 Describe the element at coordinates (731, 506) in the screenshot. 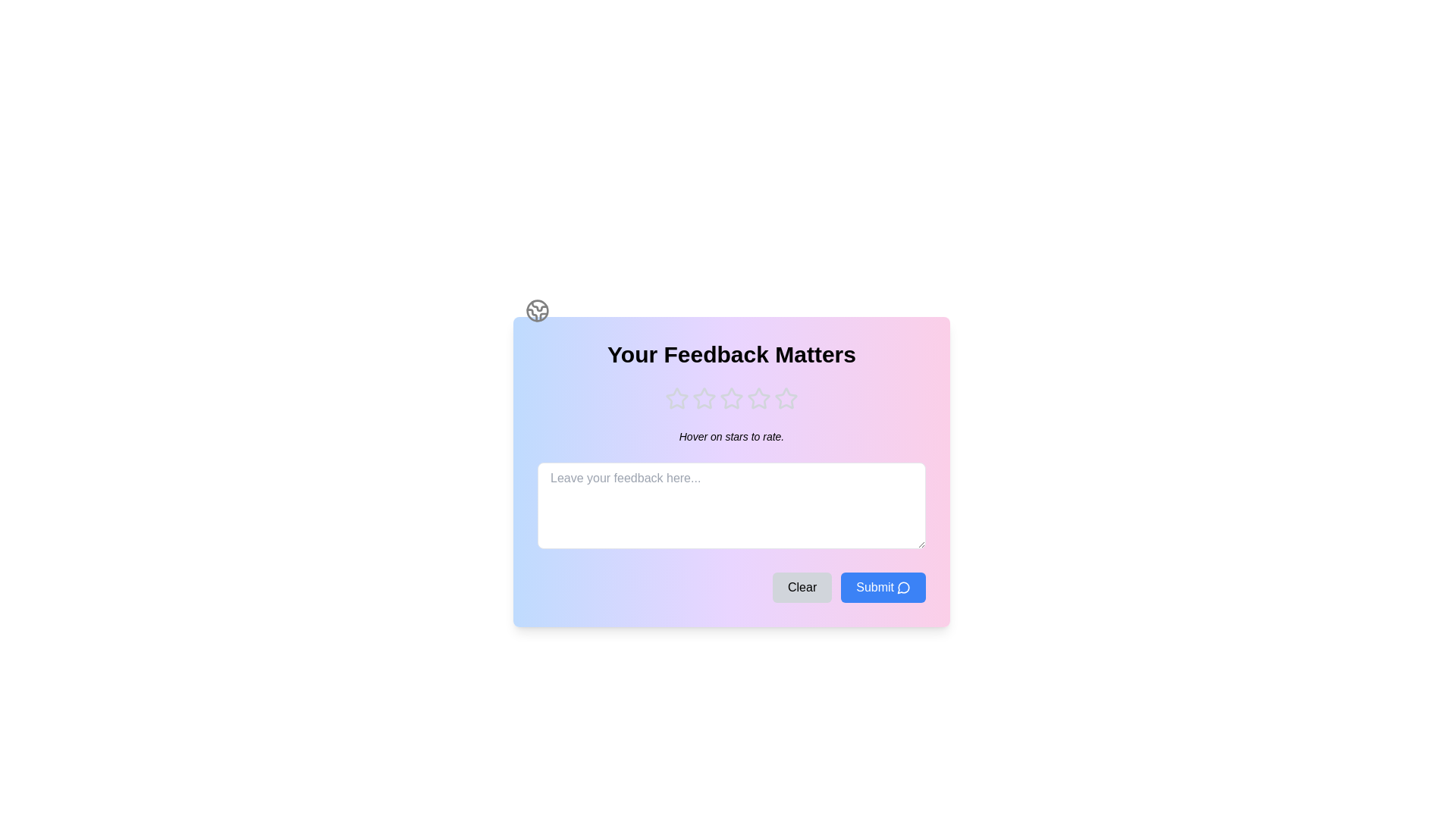

I see `the text area to focus and type the feedback` at that location.